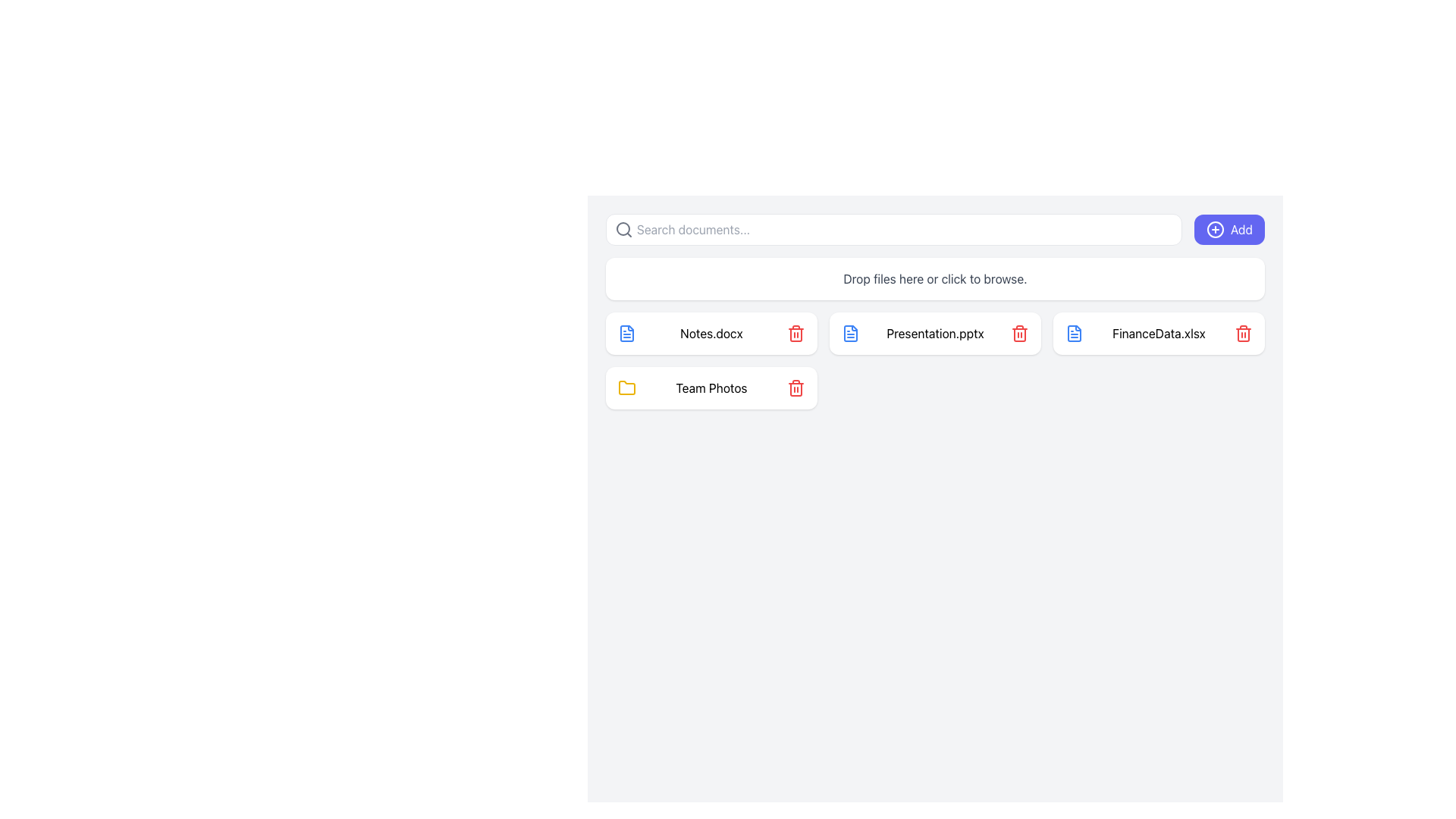 This screenshot has height=819, width=1456. I want to click on the blue circular icon with a white cross symbol located to the left of the 'Add' button, so click(1216, 230).